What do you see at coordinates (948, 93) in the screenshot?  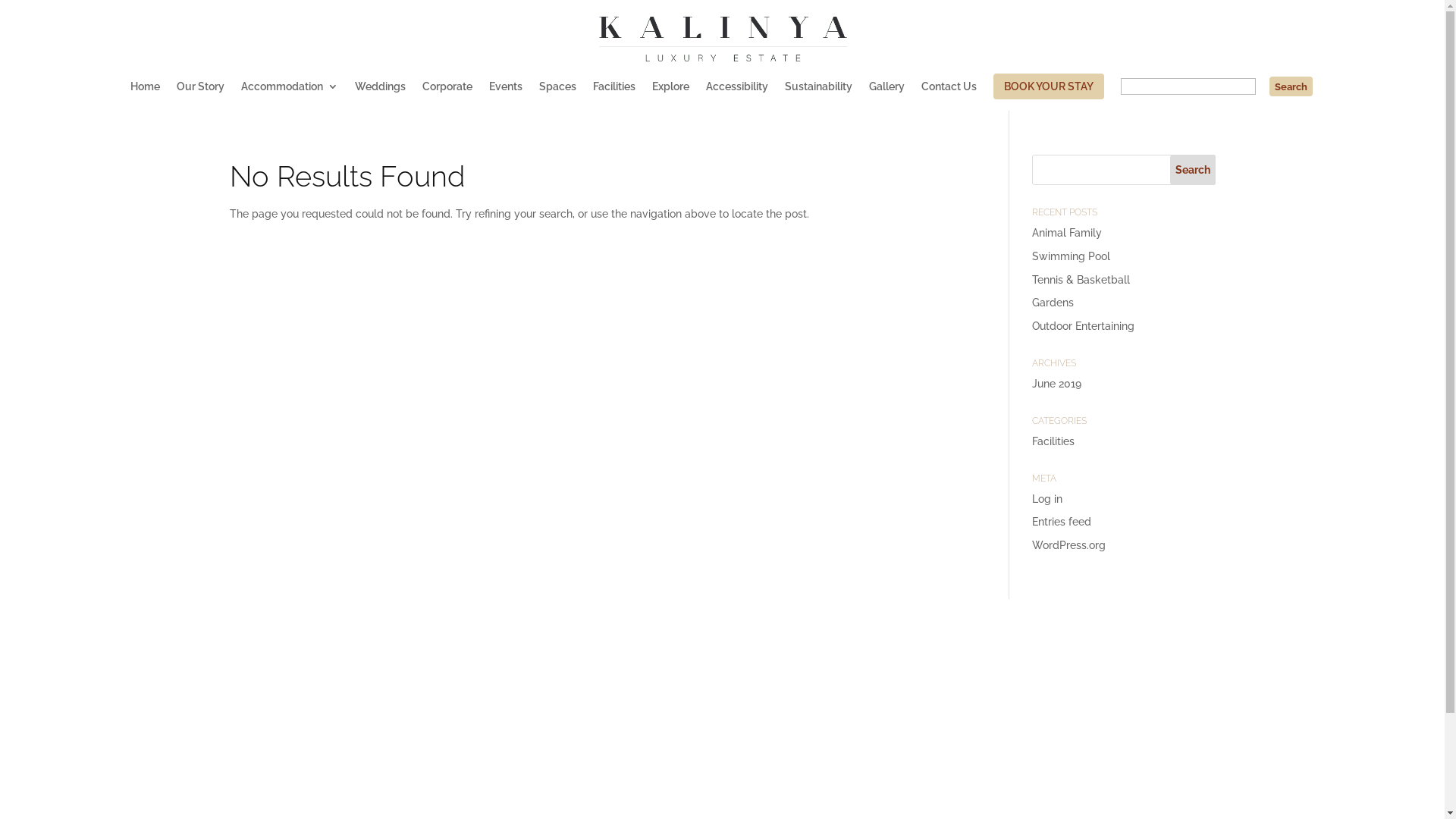 I see `'Contact Us'` at bounding box center [948, 93].